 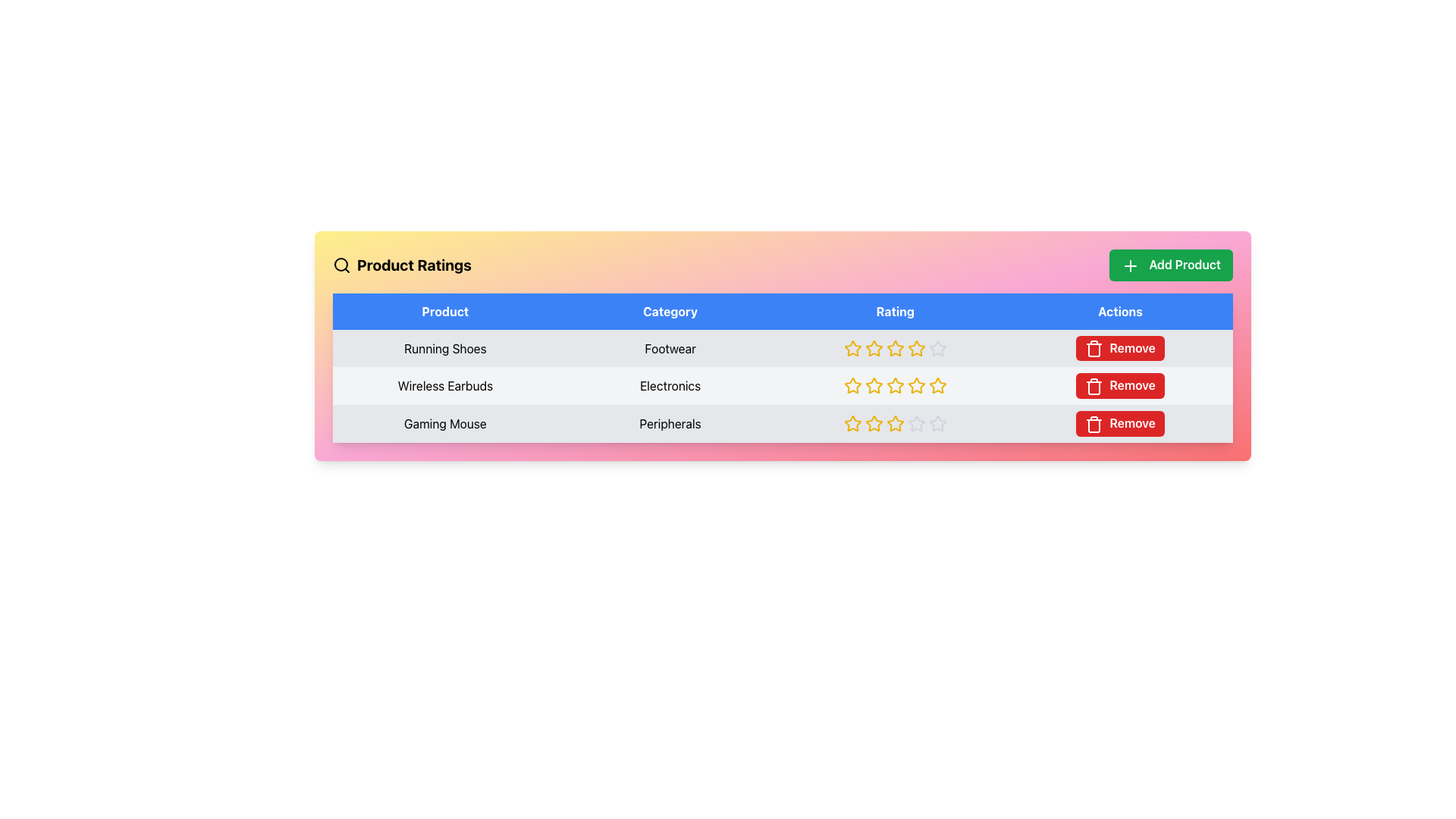 I want to click on the text cell in the 'Category' column of the first row of the table, which is located between the 'Running Shoes' cell and the 'Rating' column, so click(x=670, y=348).